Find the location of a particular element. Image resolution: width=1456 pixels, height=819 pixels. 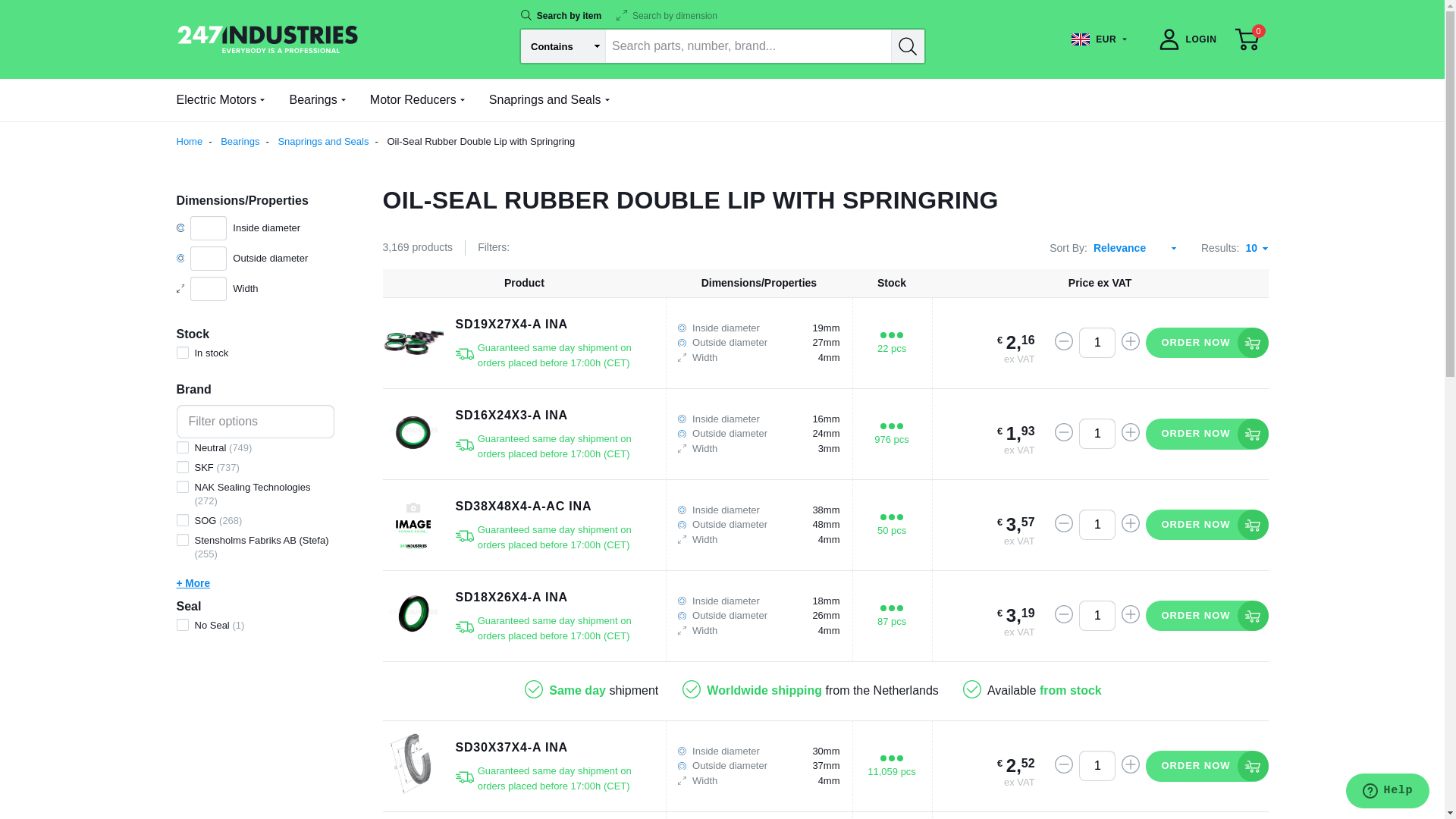

'Home' is located at coordinates (196, 141).